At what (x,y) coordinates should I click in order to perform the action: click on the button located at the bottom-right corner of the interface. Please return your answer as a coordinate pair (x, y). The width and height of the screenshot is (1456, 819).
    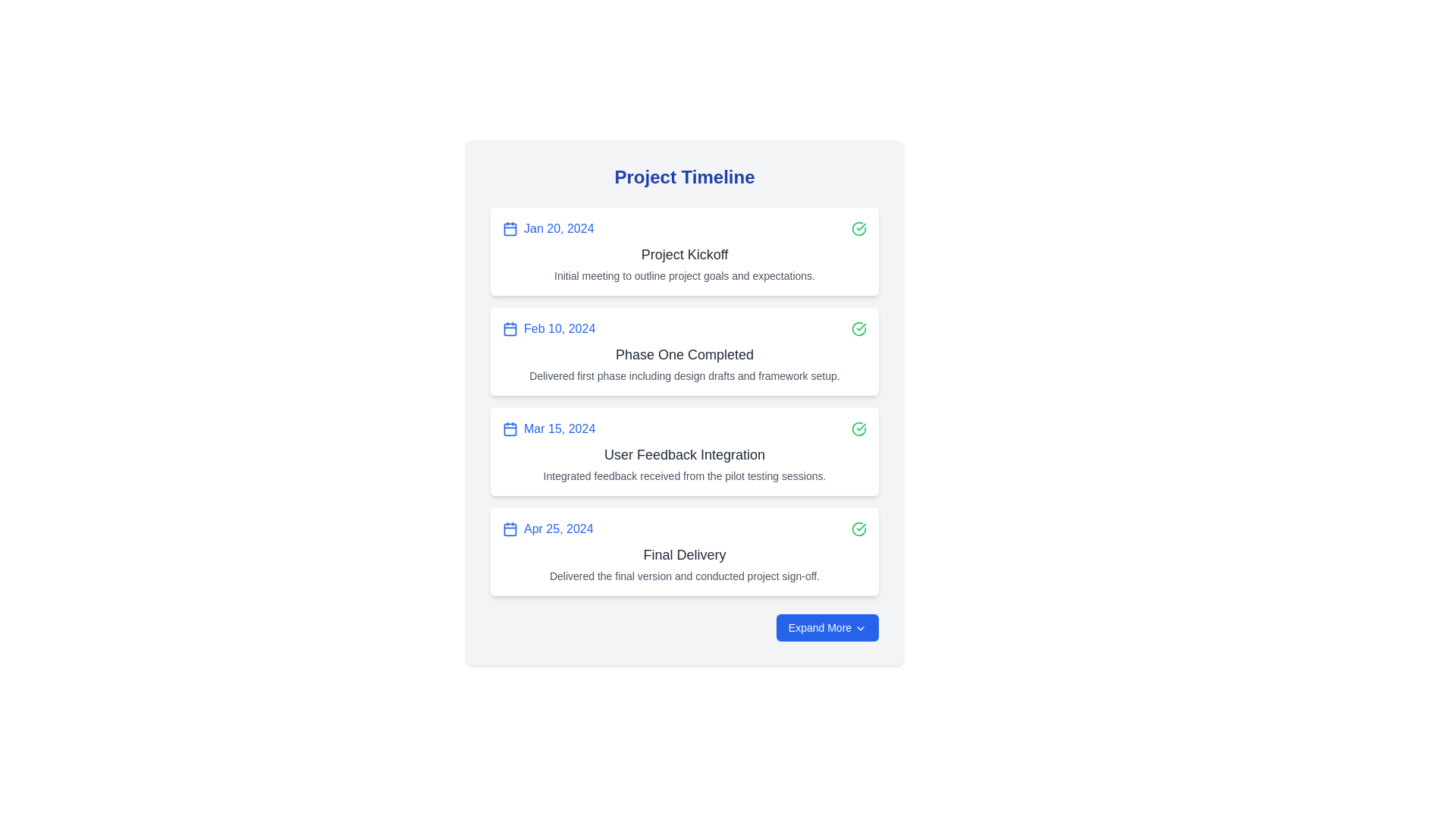
    Looking at the image, I should click on (827, 628).